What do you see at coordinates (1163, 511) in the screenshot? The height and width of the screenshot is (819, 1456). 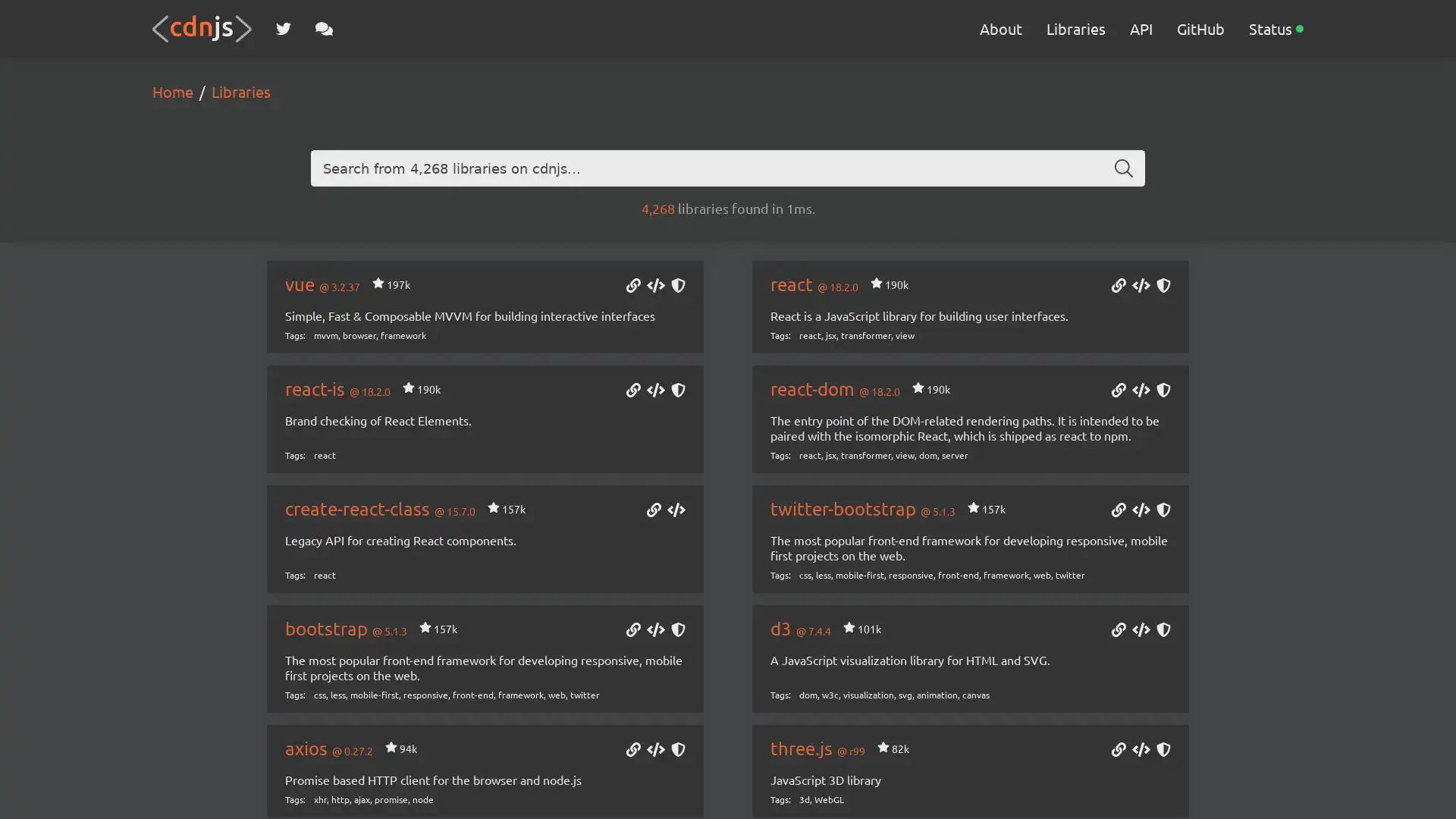 I see `Copy SRI Hash` at bounding box center [1163, 511].